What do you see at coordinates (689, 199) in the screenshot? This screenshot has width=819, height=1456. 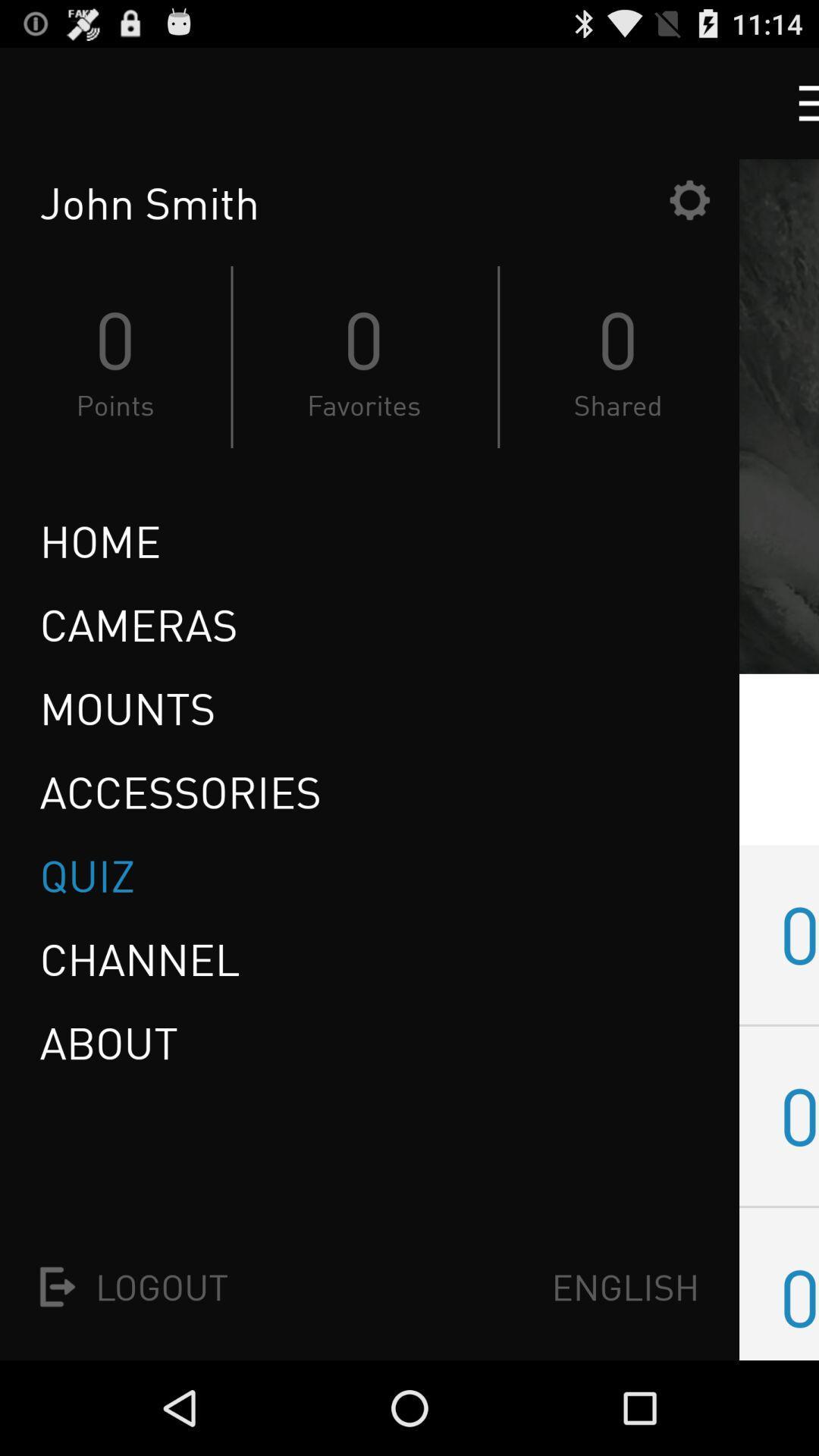 I see `the icon to the right of john smith icon` at bounding box center [689, 199].